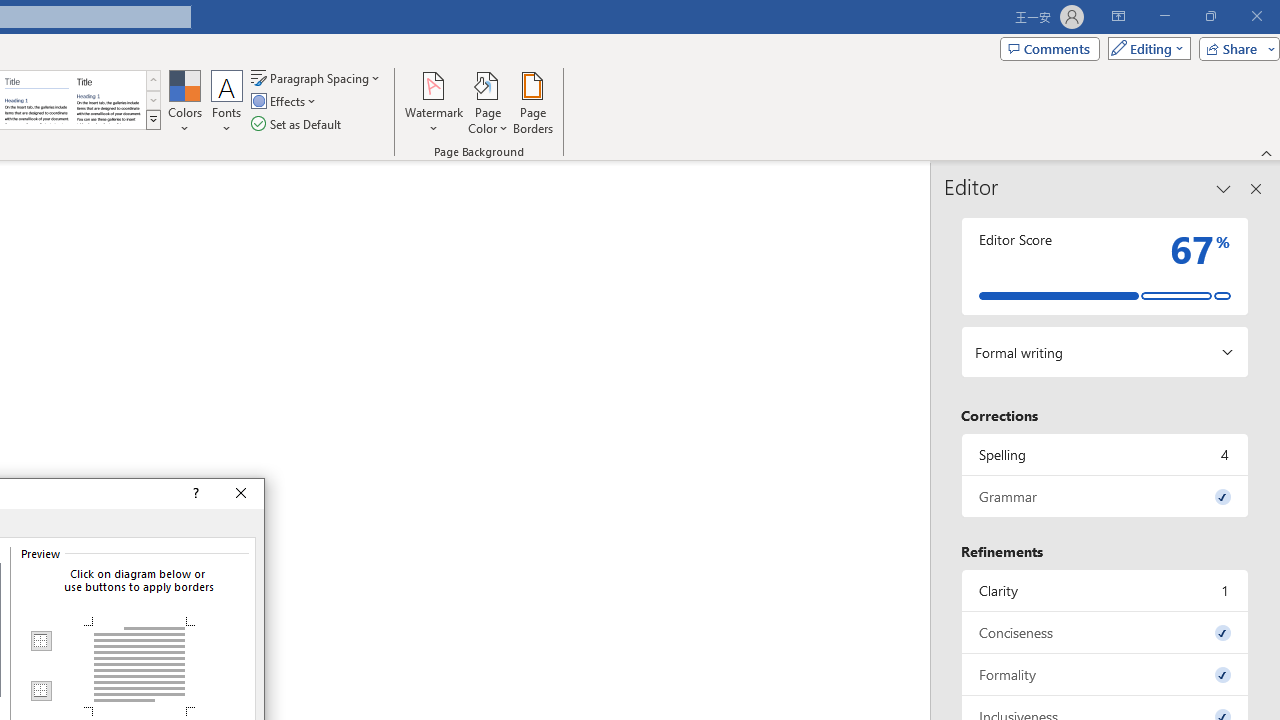  Describe the element at coordinates (1104, 632) in the screenshot. I see `'Conciseness, 0 issues. Press space or enter to review items.'` at that location.